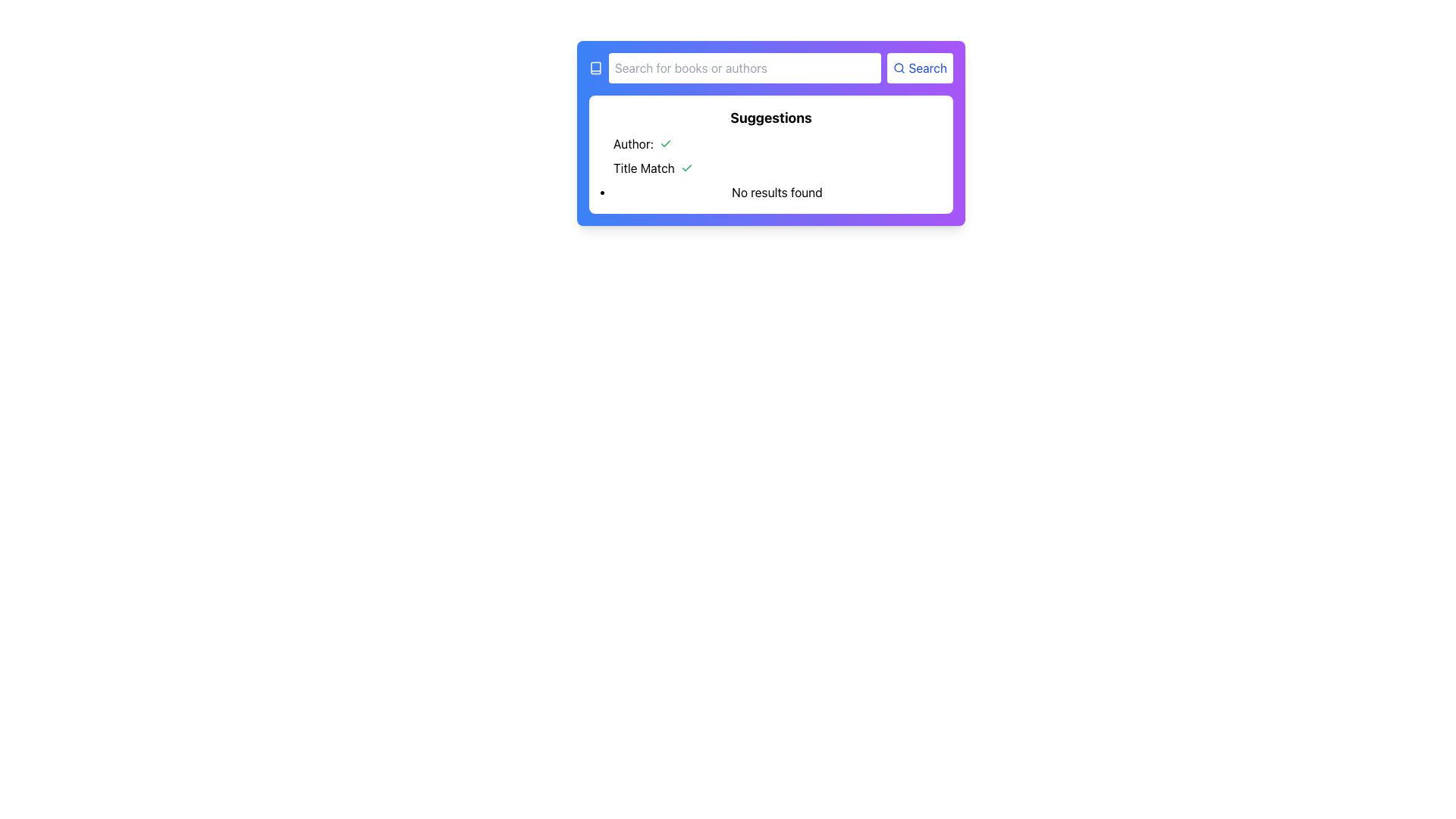 The image size is (1456, 819). I want to click on the small book icon styled in white located at the leftmost side of the blue header bar, adjacent to the search input field, so click(595, 67).